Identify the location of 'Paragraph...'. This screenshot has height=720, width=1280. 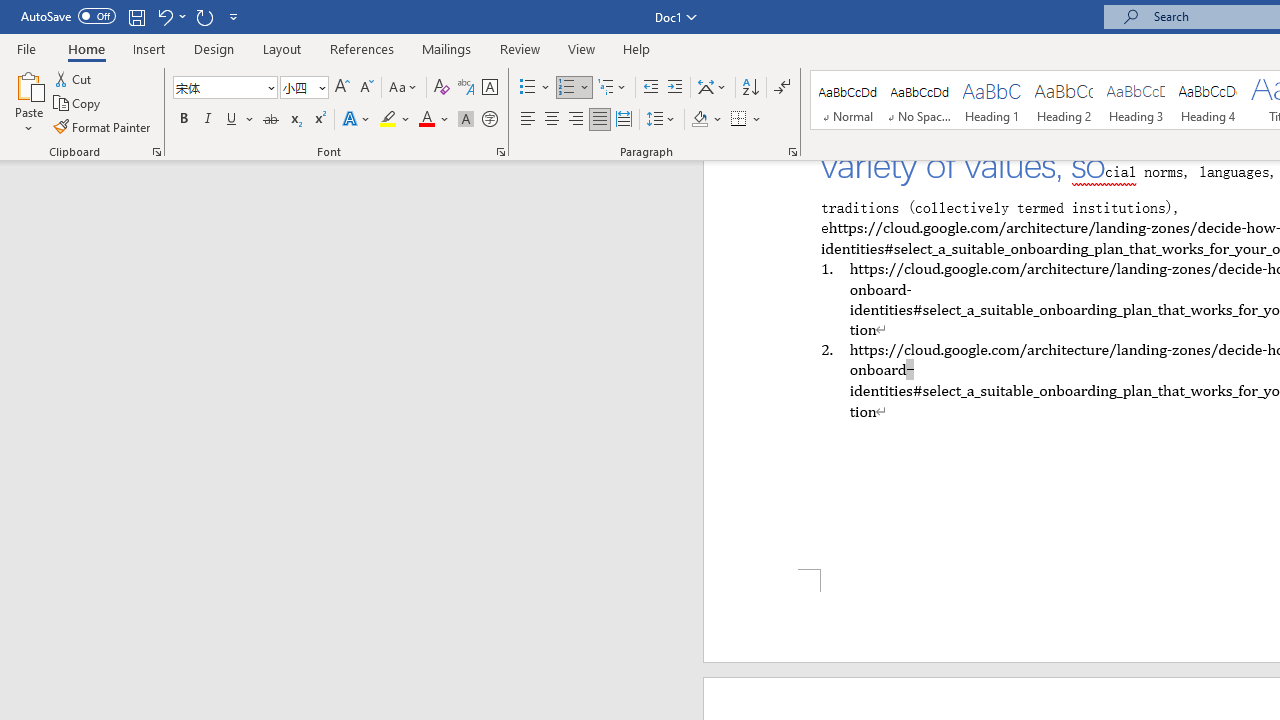
(791, 150).